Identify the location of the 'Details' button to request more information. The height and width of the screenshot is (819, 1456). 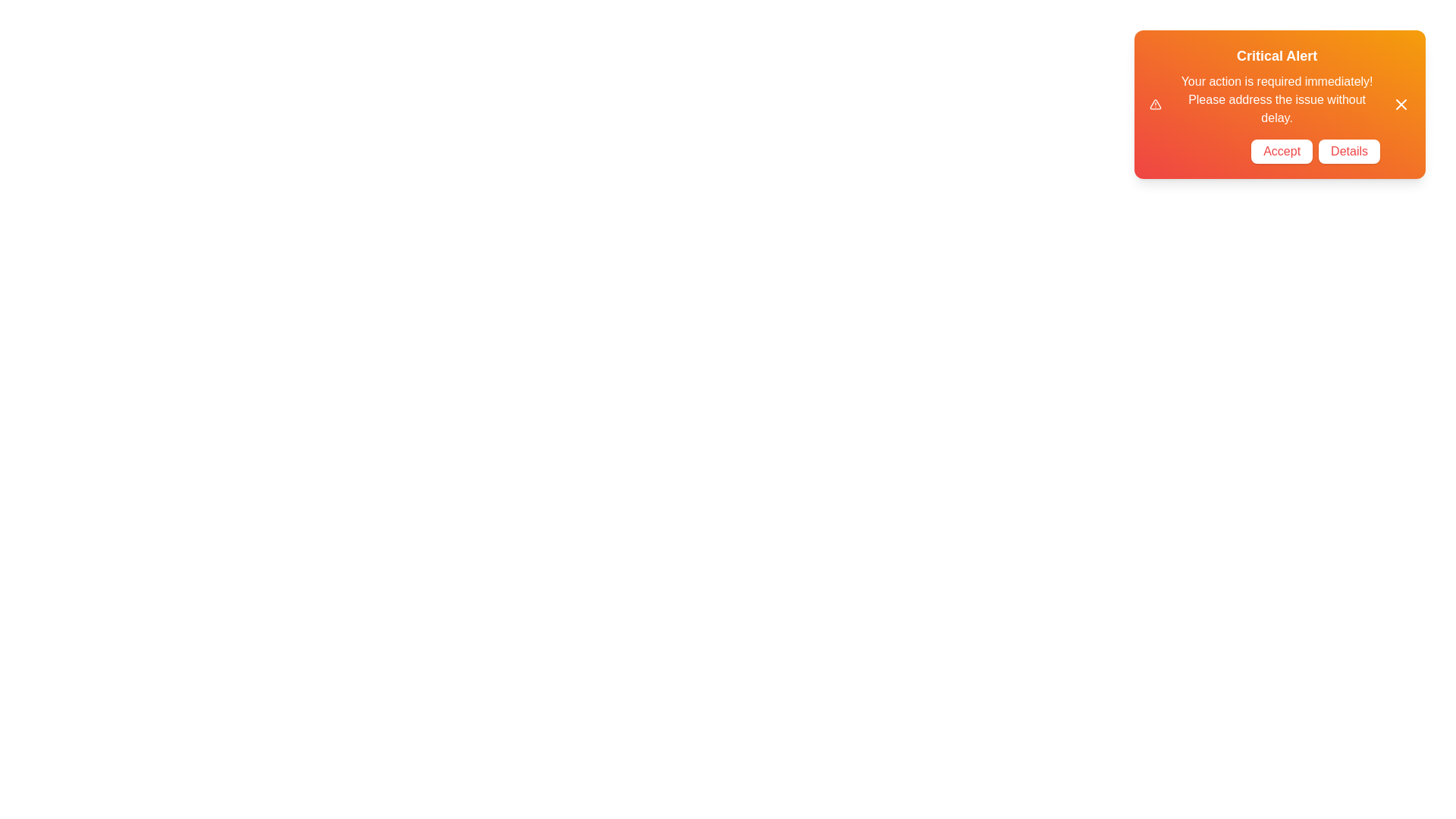
(1349, 152).